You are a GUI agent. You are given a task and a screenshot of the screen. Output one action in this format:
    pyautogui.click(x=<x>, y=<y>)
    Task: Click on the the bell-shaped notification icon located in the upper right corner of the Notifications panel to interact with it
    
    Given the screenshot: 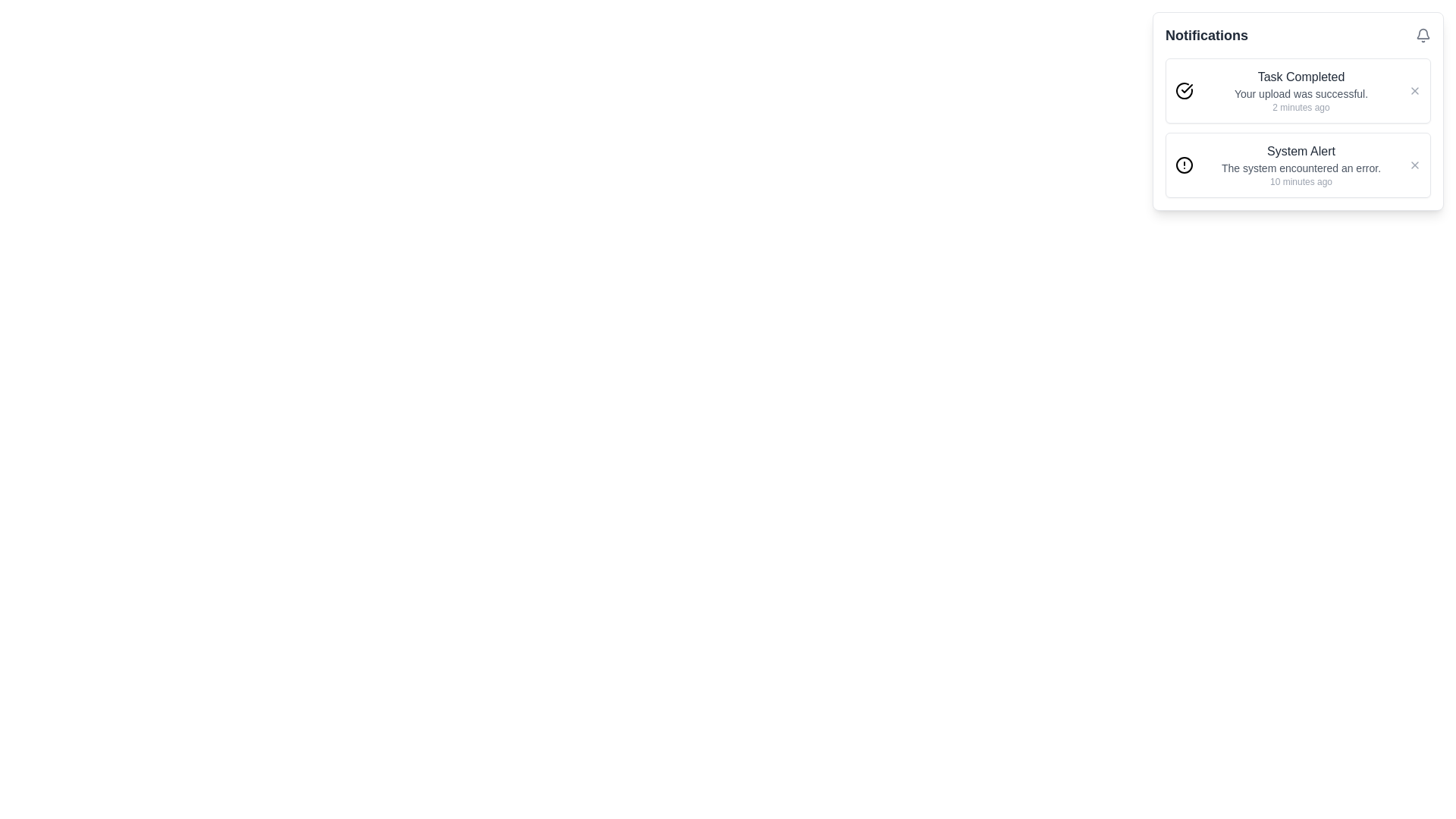 What is the action you would take?
    pyautogui.click(x=1422, y=34)
    